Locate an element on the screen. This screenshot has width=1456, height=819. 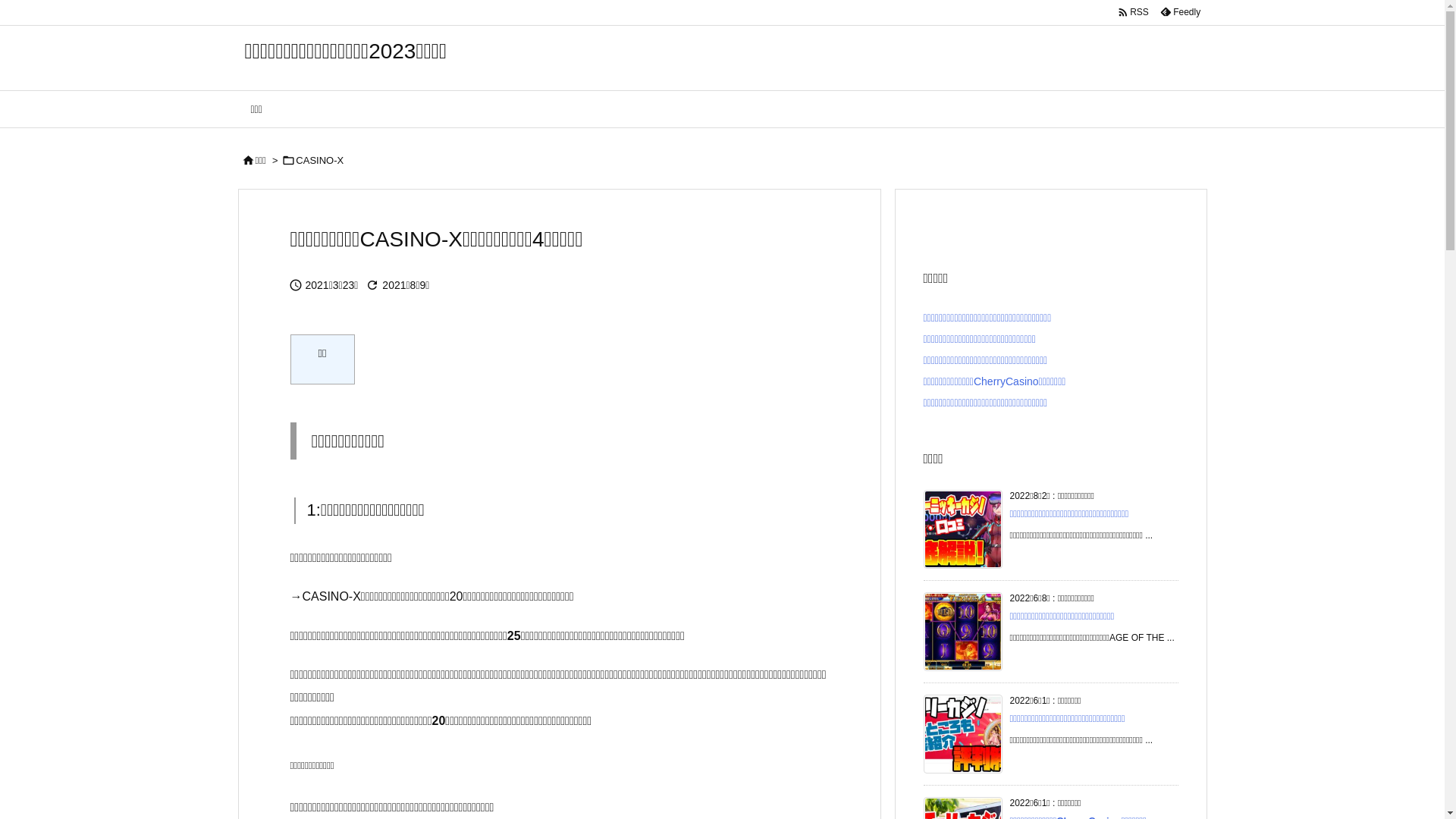
'CASINO-X' is located at coordinates (318, 160).